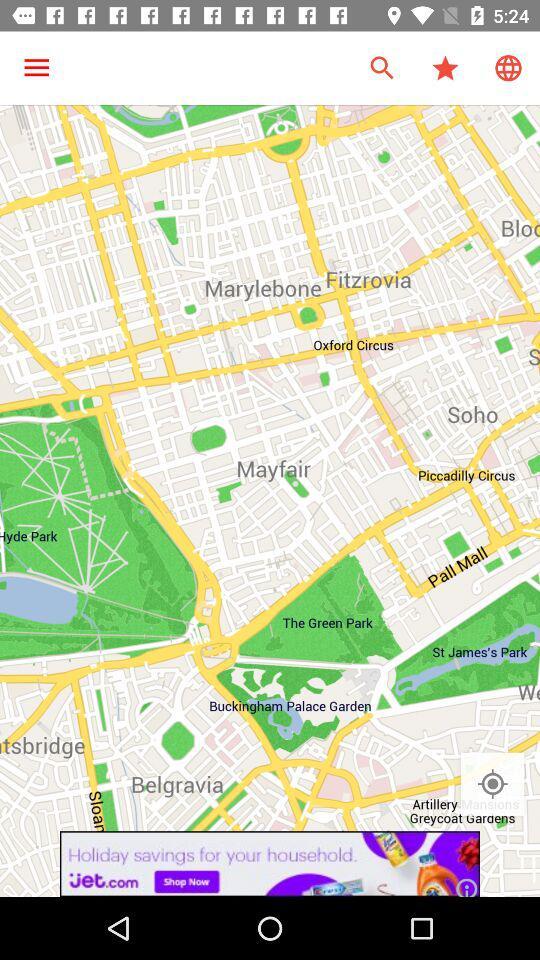 This screenshot has height=960, width=540. I want to click on location option, so click(491, 784).